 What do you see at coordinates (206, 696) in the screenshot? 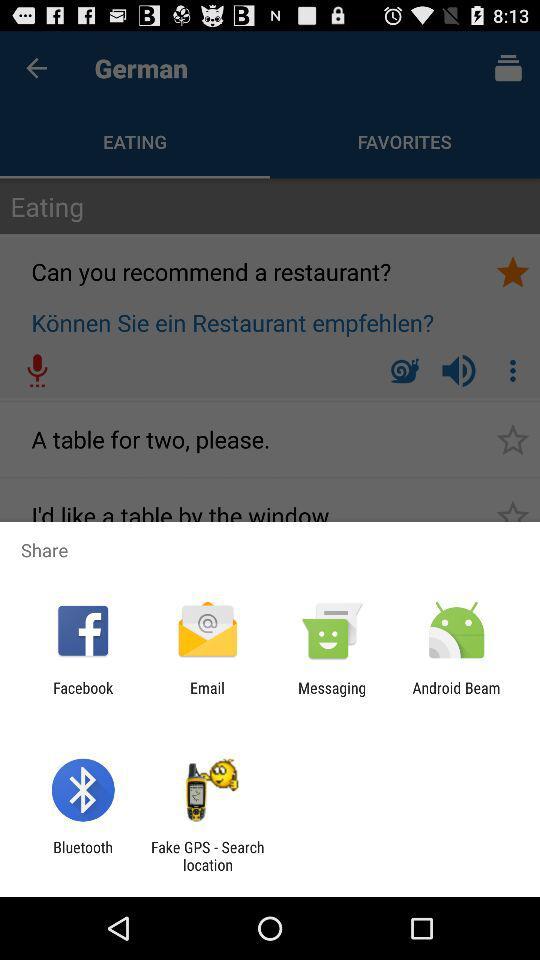
I see `email item` at bounding box center [206, 696].